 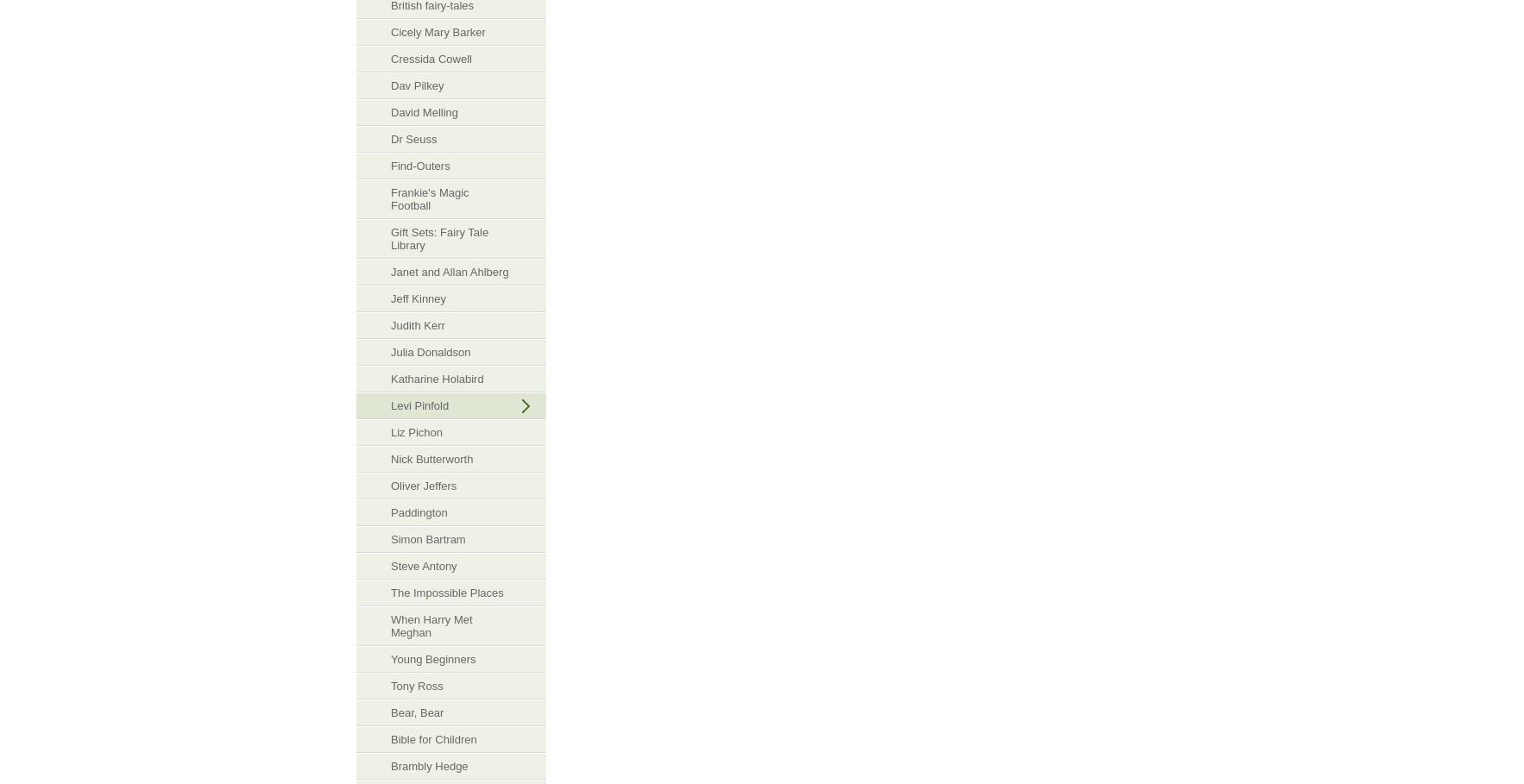 I want to click on 'Bible for Children', so click(x=390, y=738).